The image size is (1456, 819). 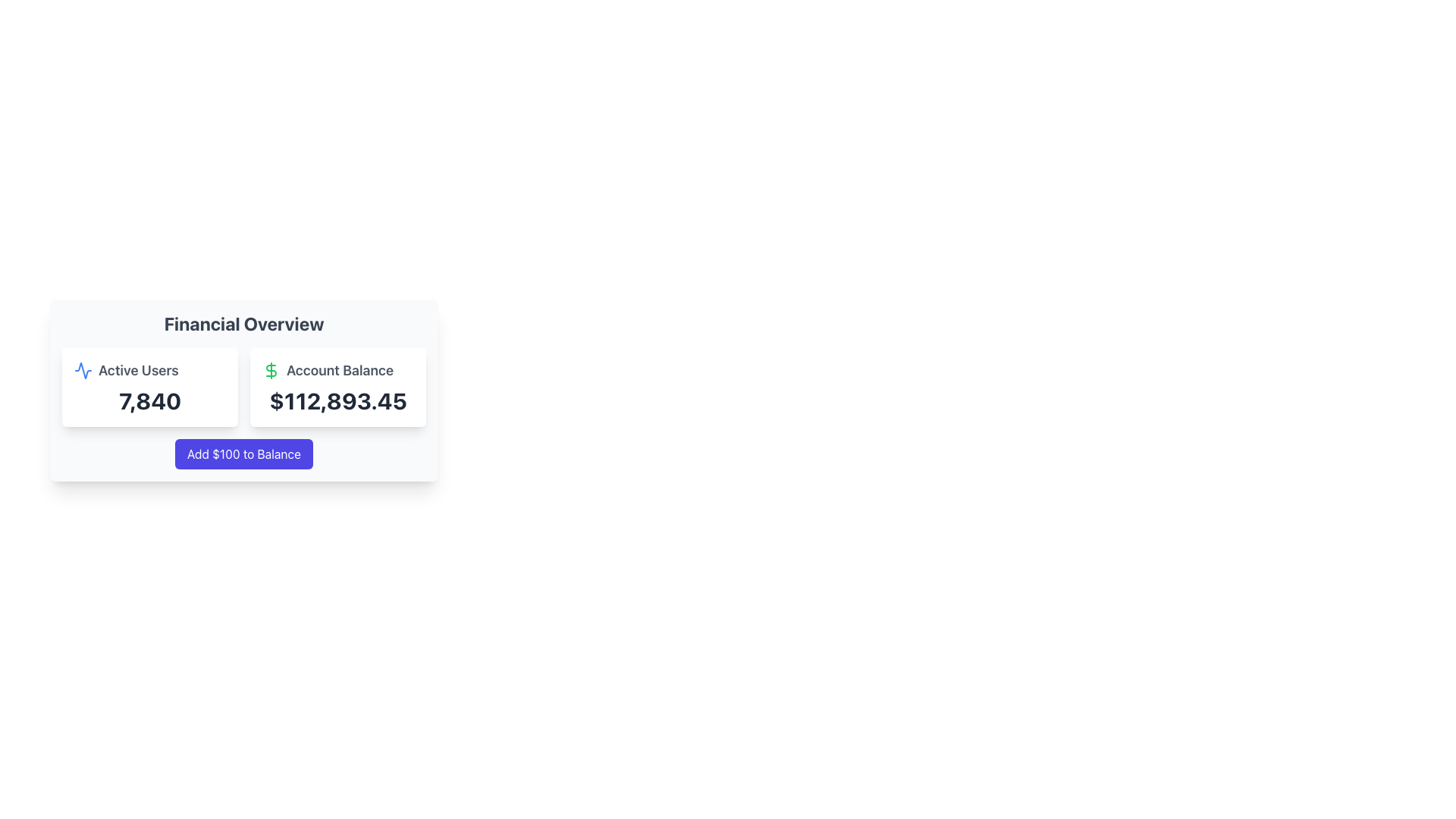 What do you see at coordinates (83, 371) in the screenshot?
I see `the small, blue-colored activity icon located to the left of the text 'Active Users' in the 'Financial Overview' panel` at bounding box center [83, 371].